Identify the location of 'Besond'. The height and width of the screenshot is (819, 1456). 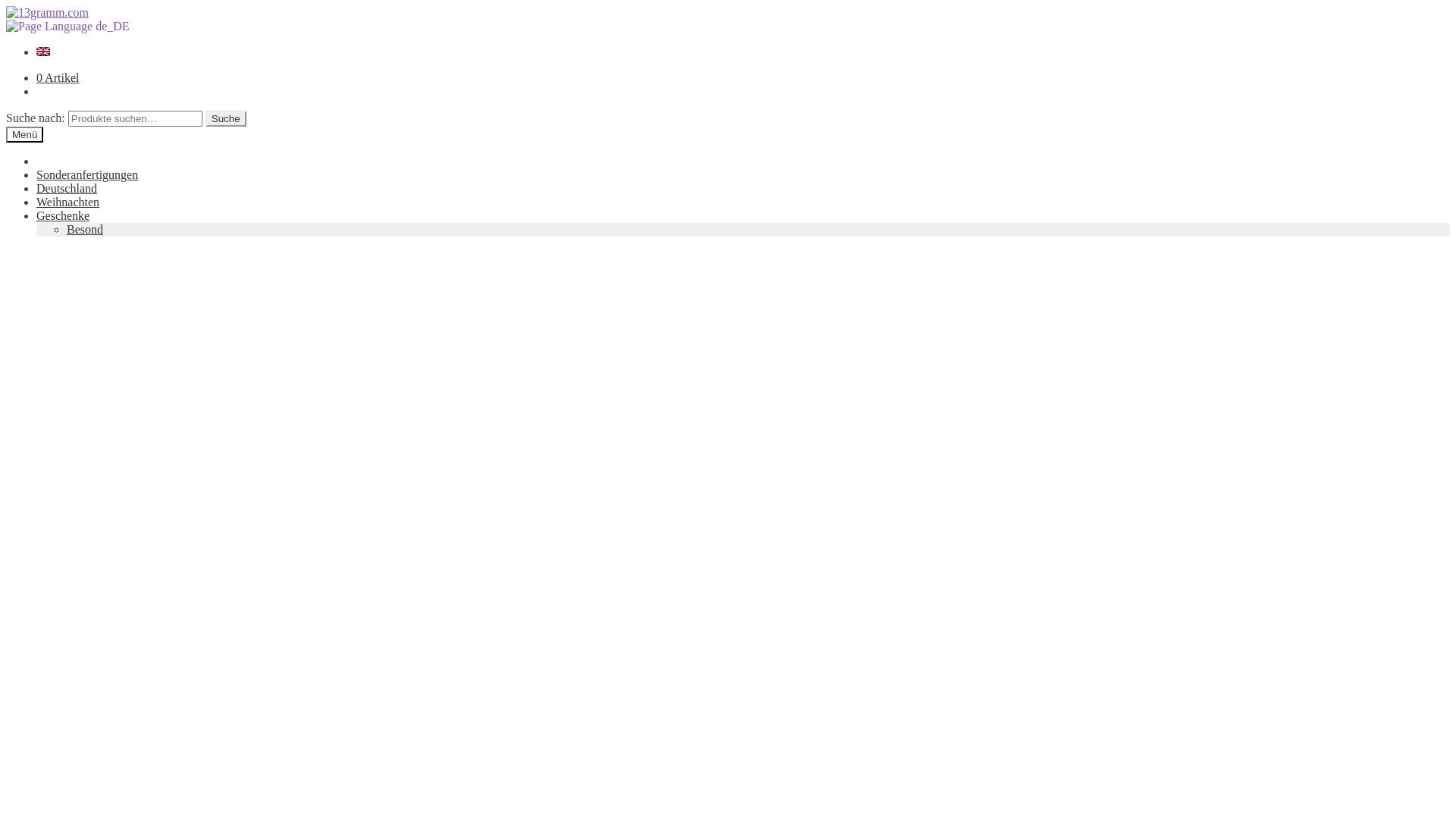
(83, 229).